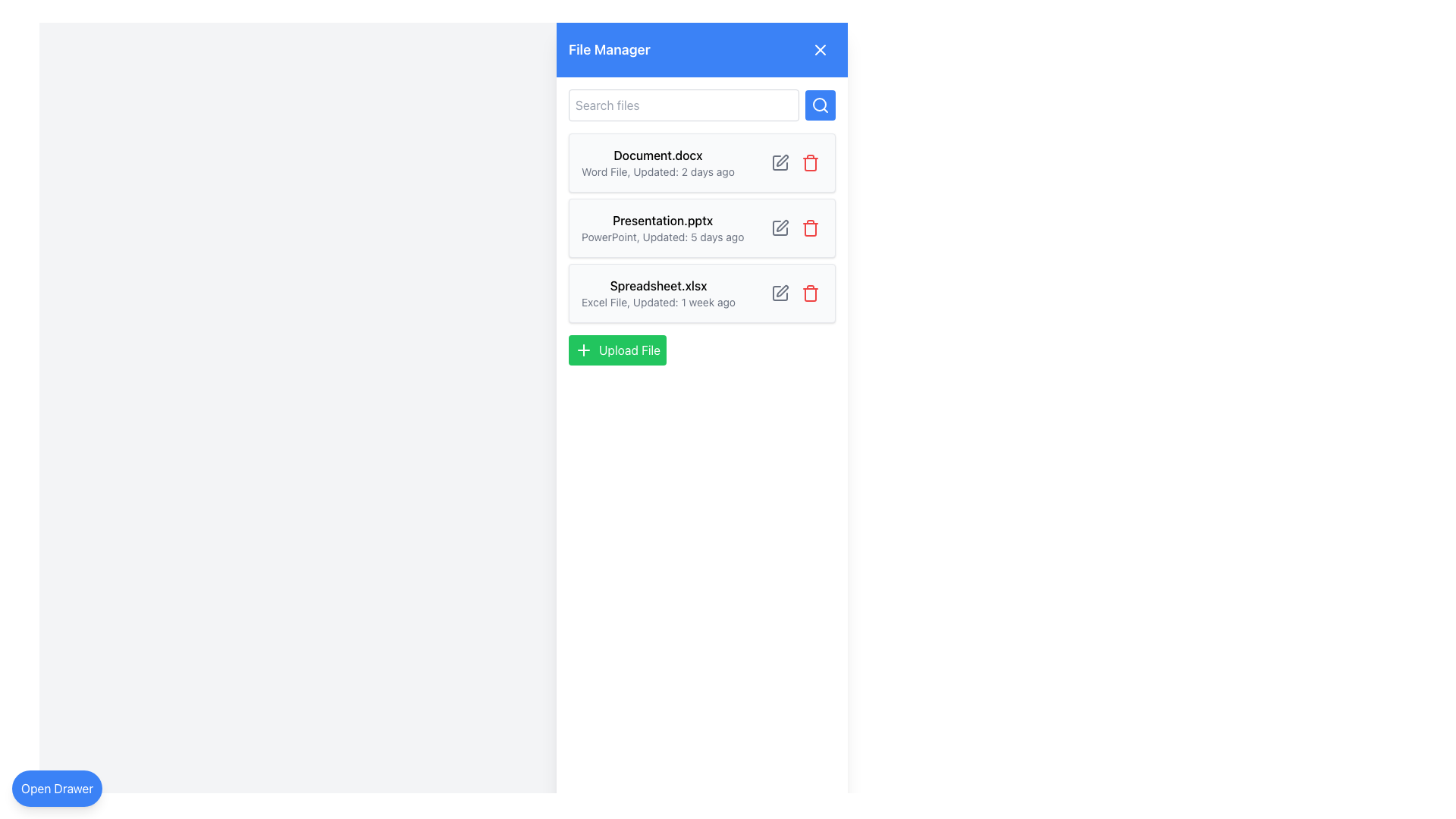 The height and width of the screenshot is (819, 1456). I want to click on the blue button with rounded corners featuring a white magnifying glass icon, so click(819, 104).